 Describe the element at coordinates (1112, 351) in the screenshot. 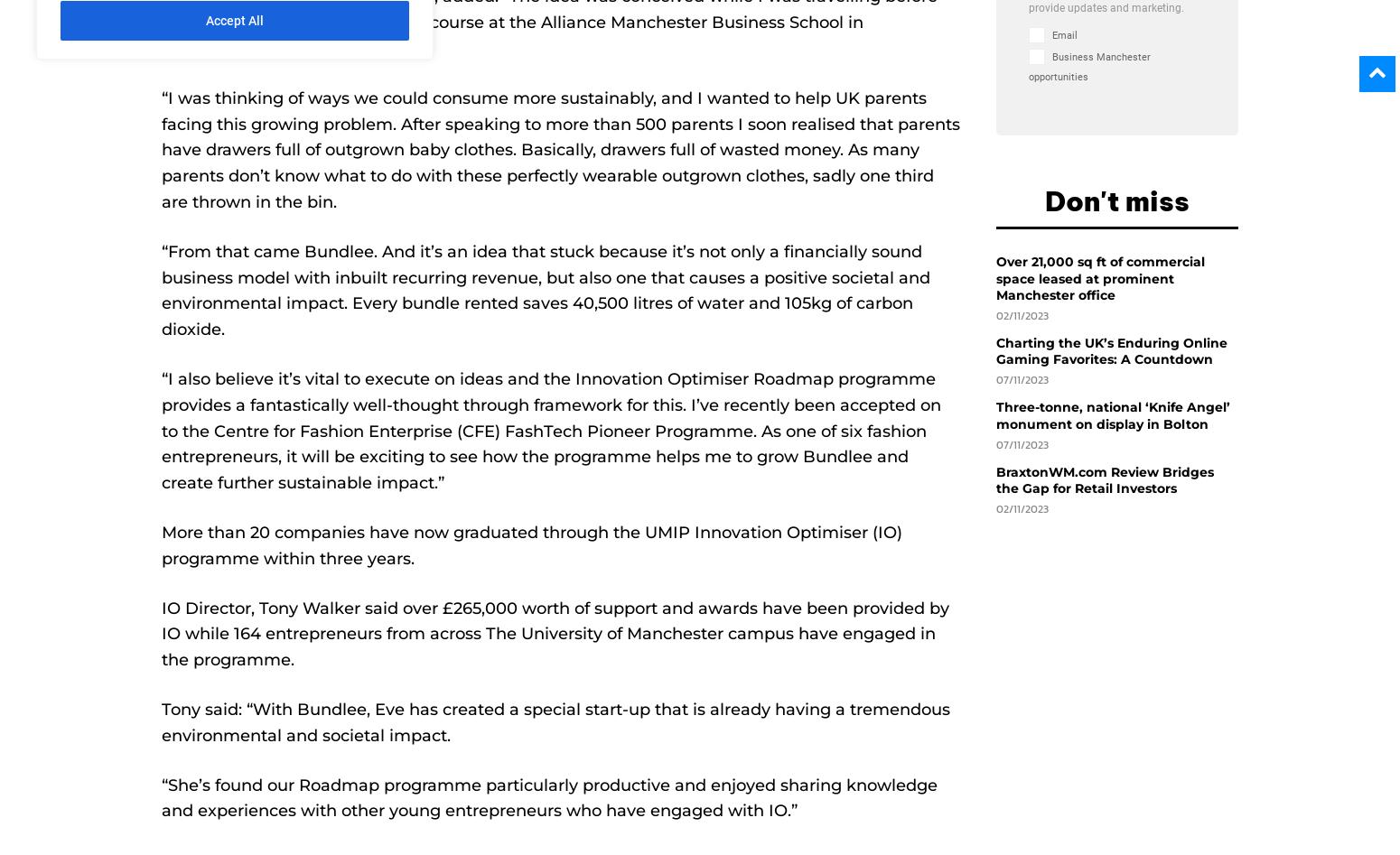

I see `'Charting the UK’s Enduring Online Gaming Favorites: A Countdown'` at that location.